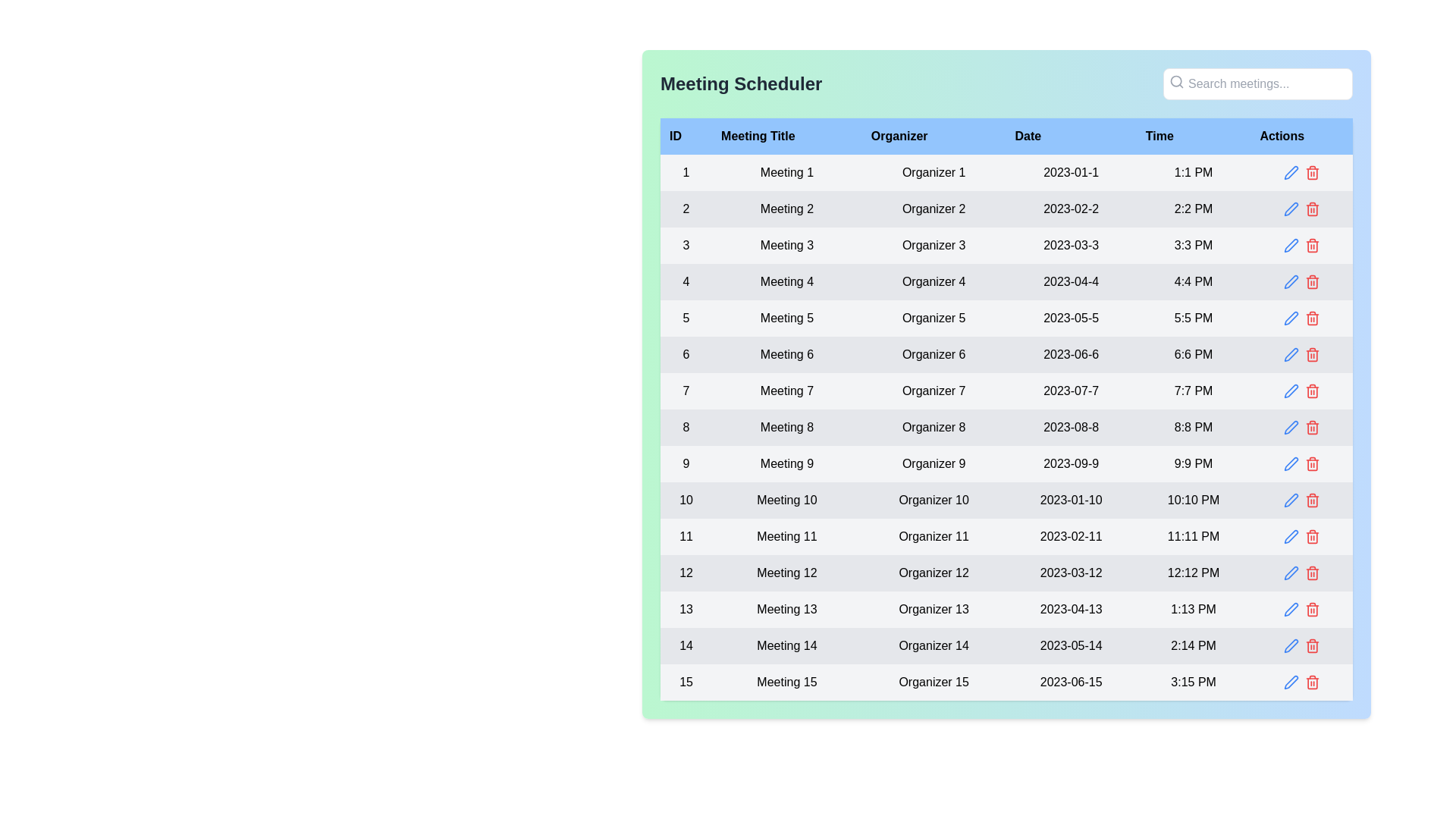  I want to click on the text input field for searching meetings, which is located on the top right of the page header, so click(1258, 84).